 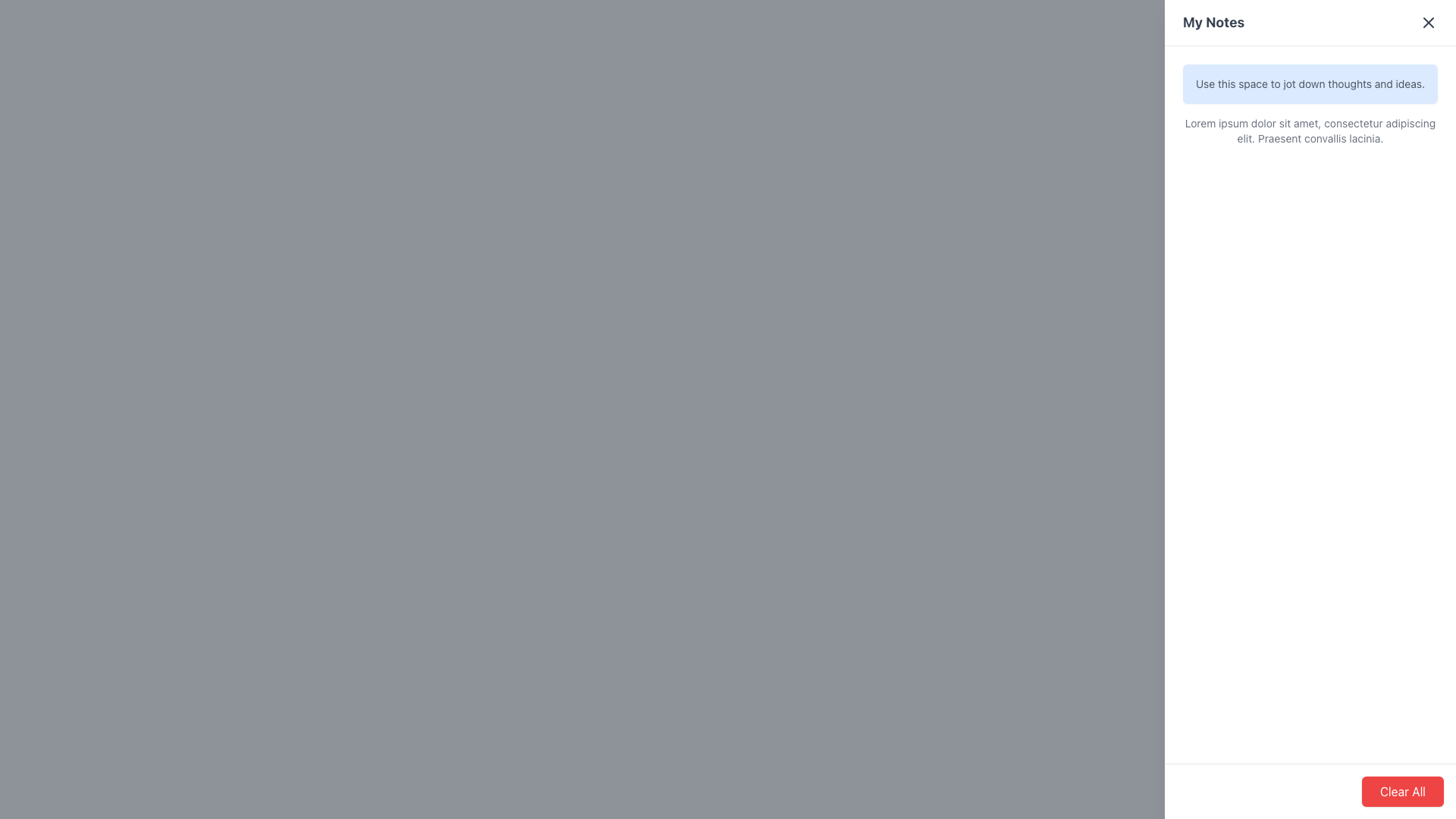 I want to click on the static text label that reads 'My Notes.' This text is styled in bold, large font, and is located in the header section of the side panel, near the top-left corner, preceding an interactive close button, so click(x=1213, y=23).